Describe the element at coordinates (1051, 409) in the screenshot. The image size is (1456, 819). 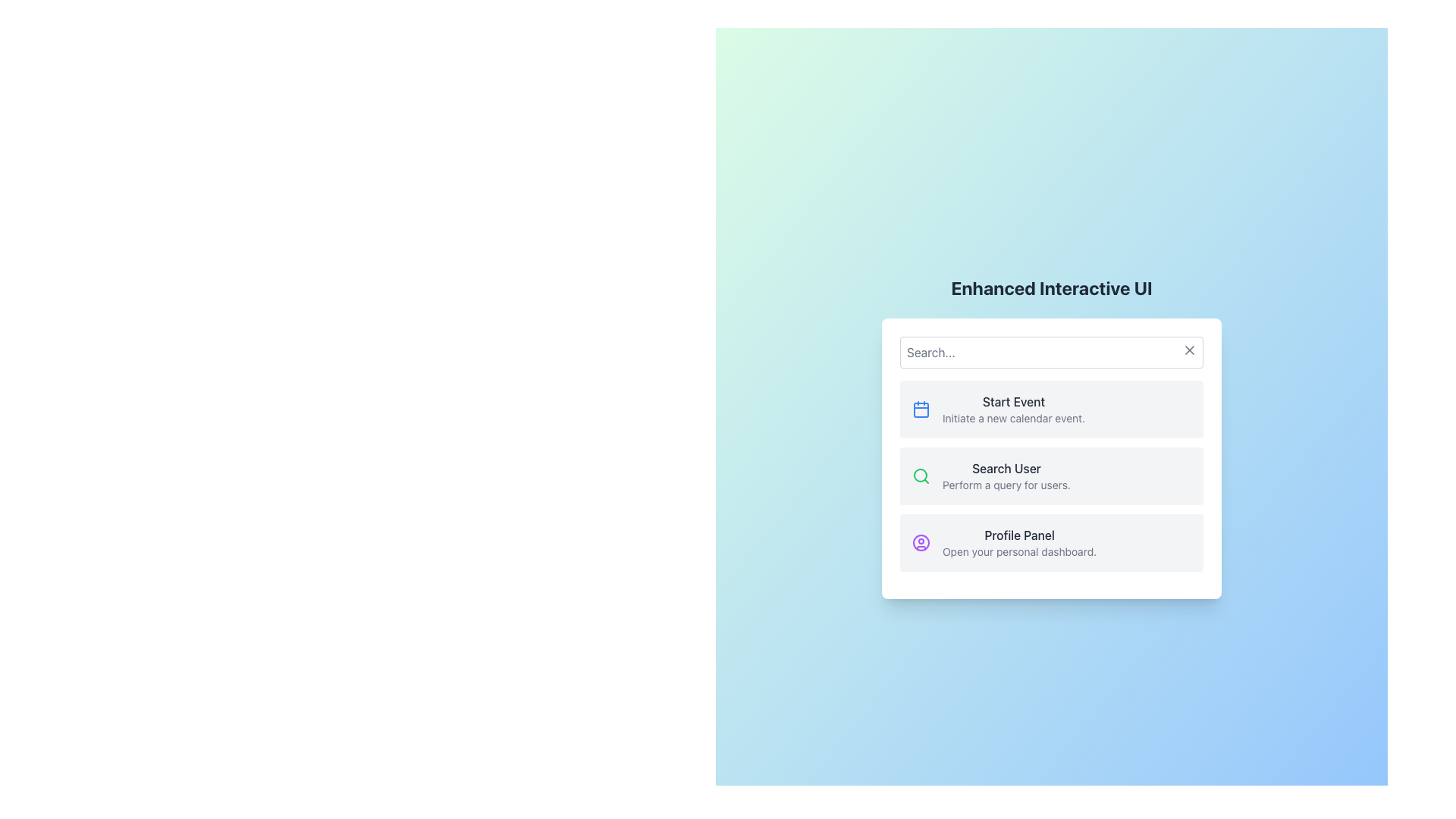
I see `the 'Start Event' button, which is a rounded button with a light gray background, a blue calendar icon on the left, and bold text indicating 'Start Event' on the right` at that location.